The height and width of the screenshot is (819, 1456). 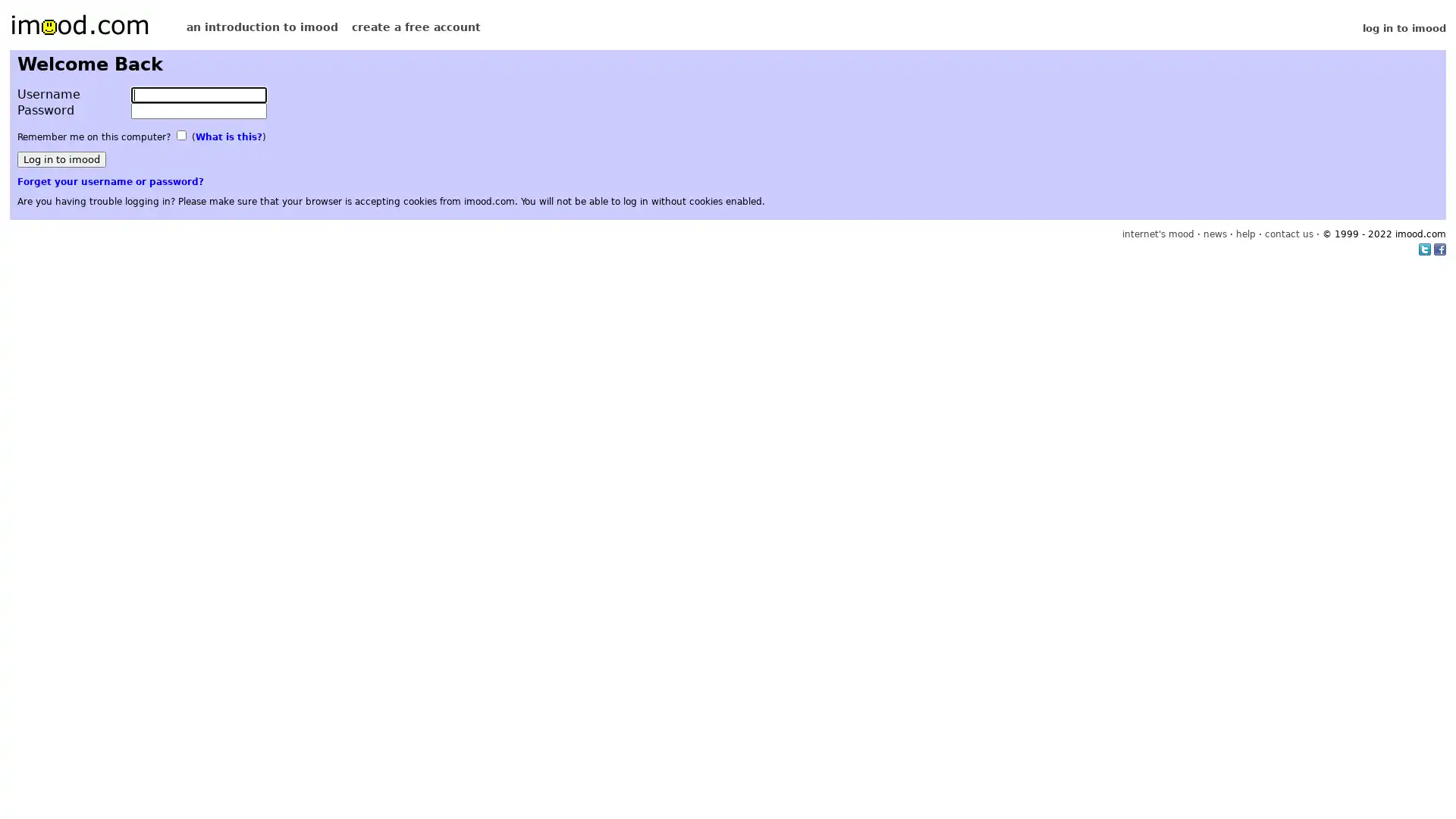 What do you see at coordinates (61, 159) in the screenshot?
I see `Log in to imood` at bounding box center [61, 159].